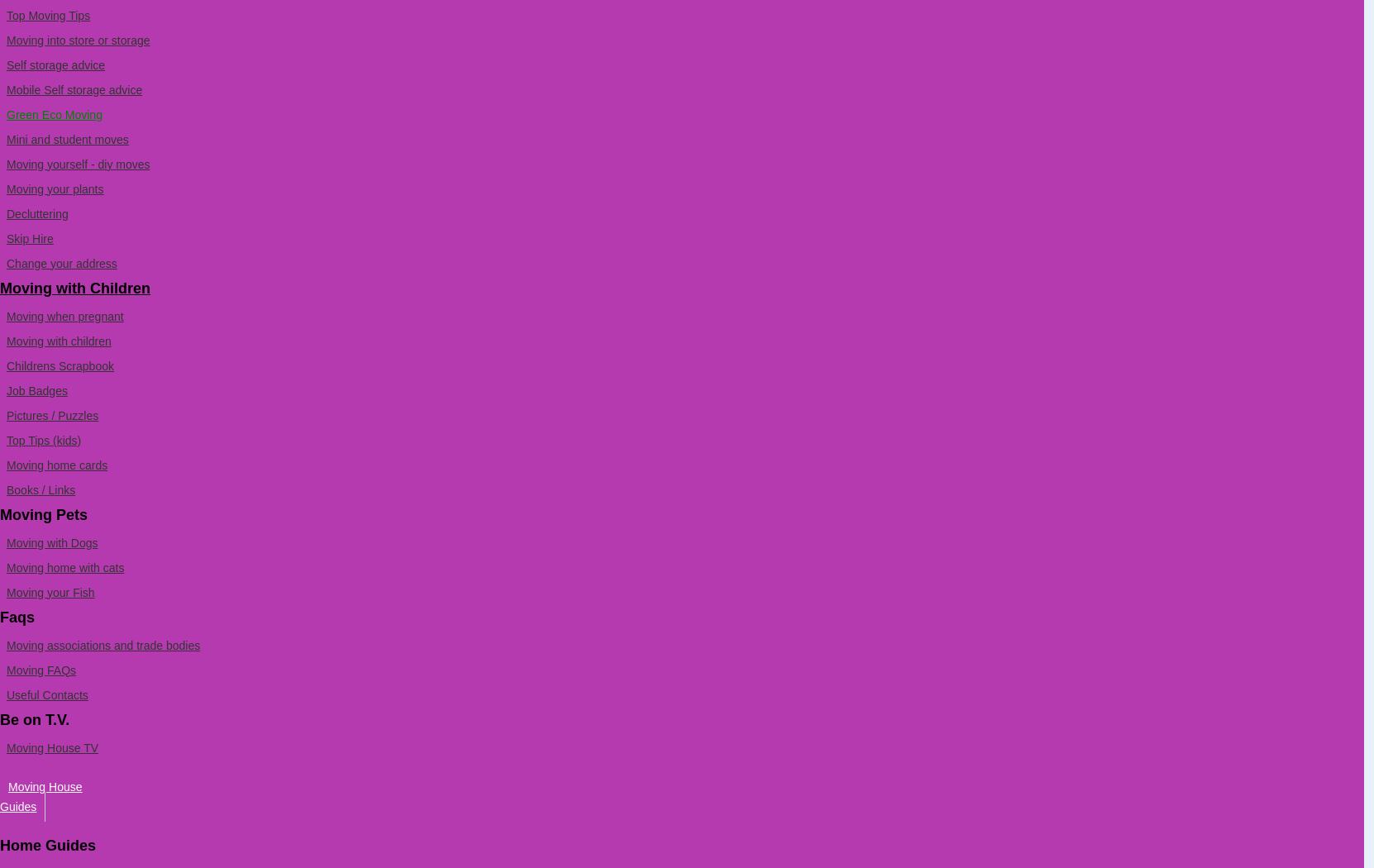 This screenshot has height=868, width=1374. I want to click on 'Useful Contacts', so click(46, 694).